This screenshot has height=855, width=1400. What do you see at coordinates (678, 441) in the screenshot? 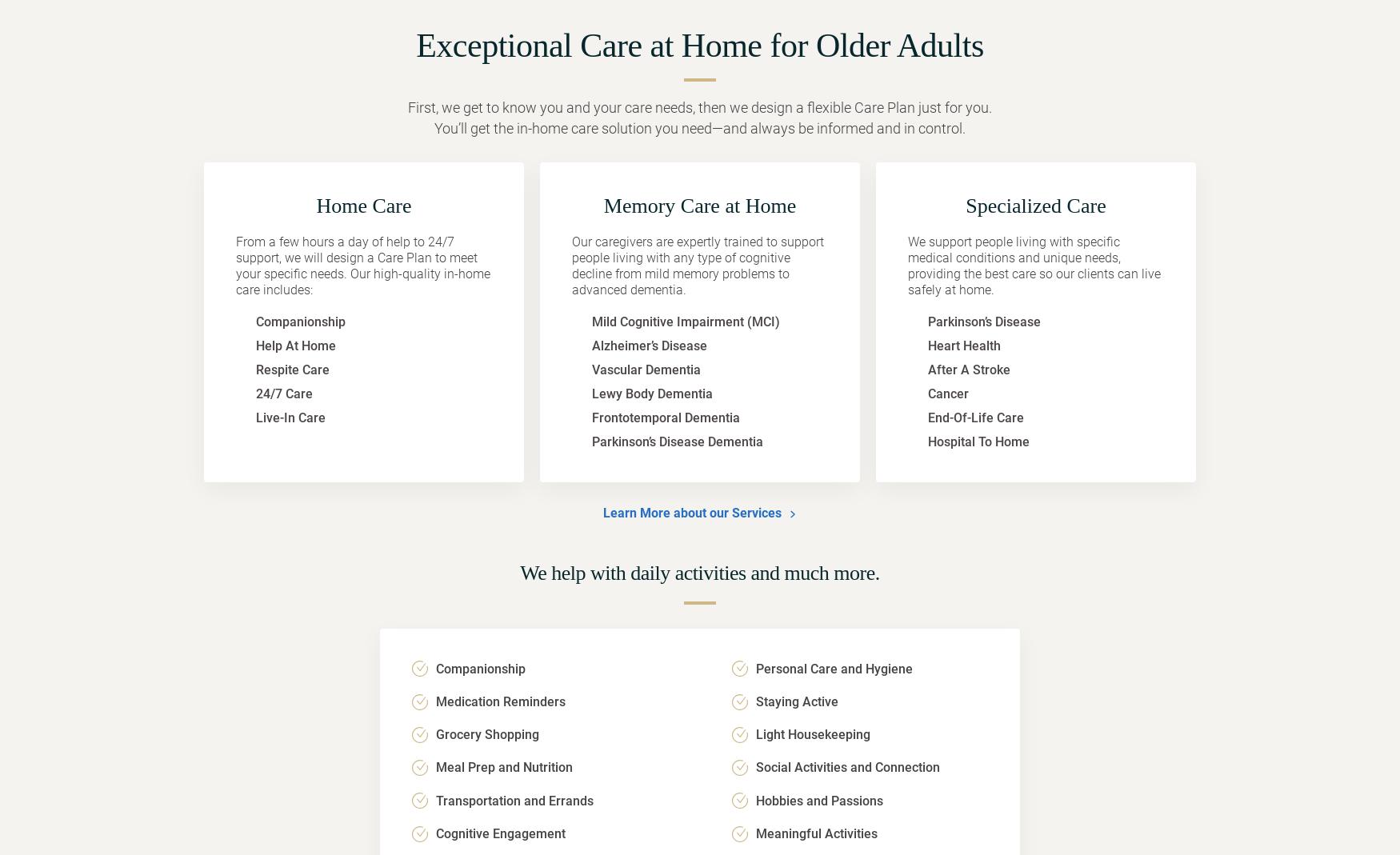
I see `'Parkinson’s Disease Dementia'` at bounding box center [678, 441].